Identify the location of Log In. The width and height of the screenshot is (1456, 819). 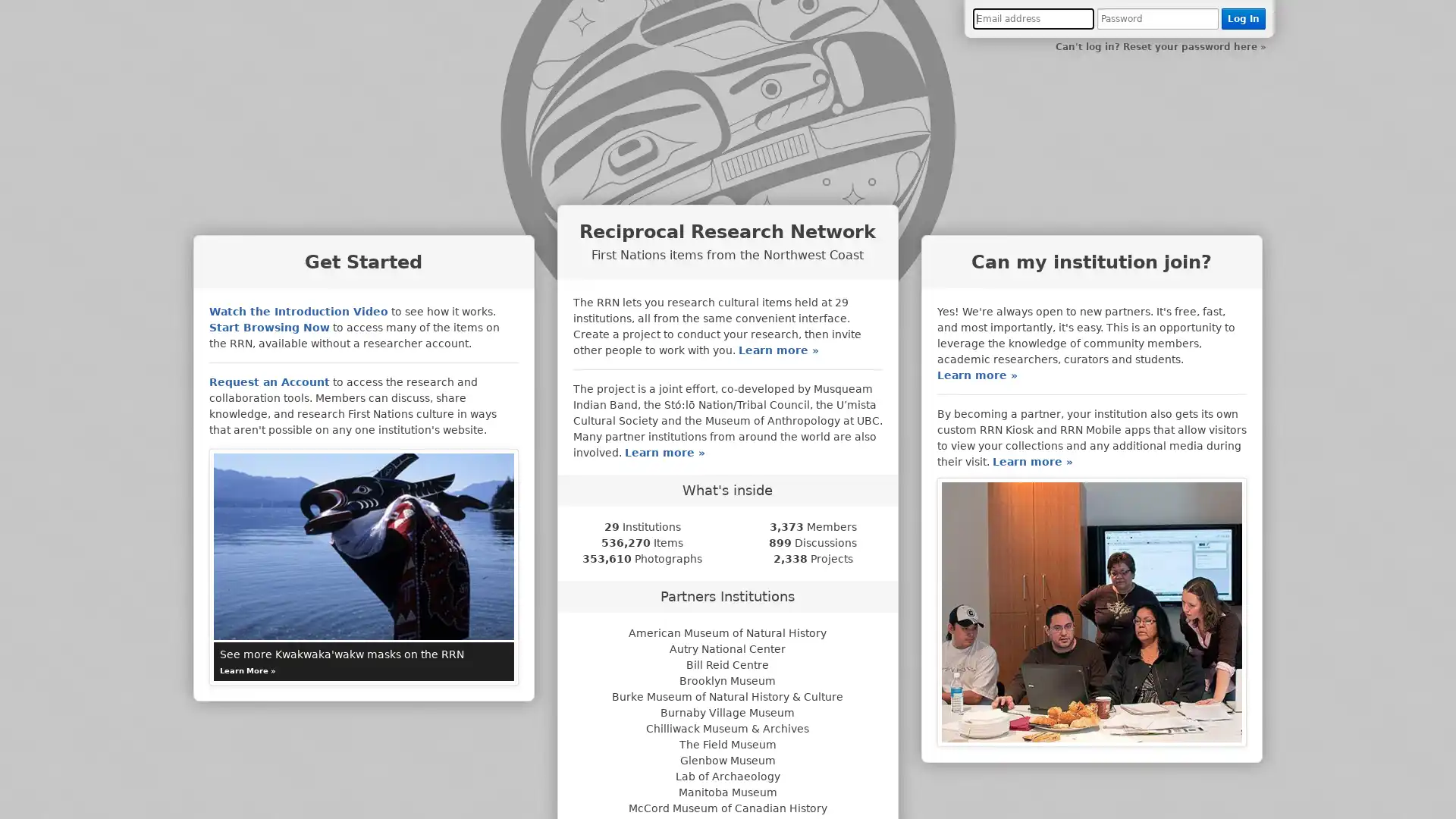
(1244, 18).